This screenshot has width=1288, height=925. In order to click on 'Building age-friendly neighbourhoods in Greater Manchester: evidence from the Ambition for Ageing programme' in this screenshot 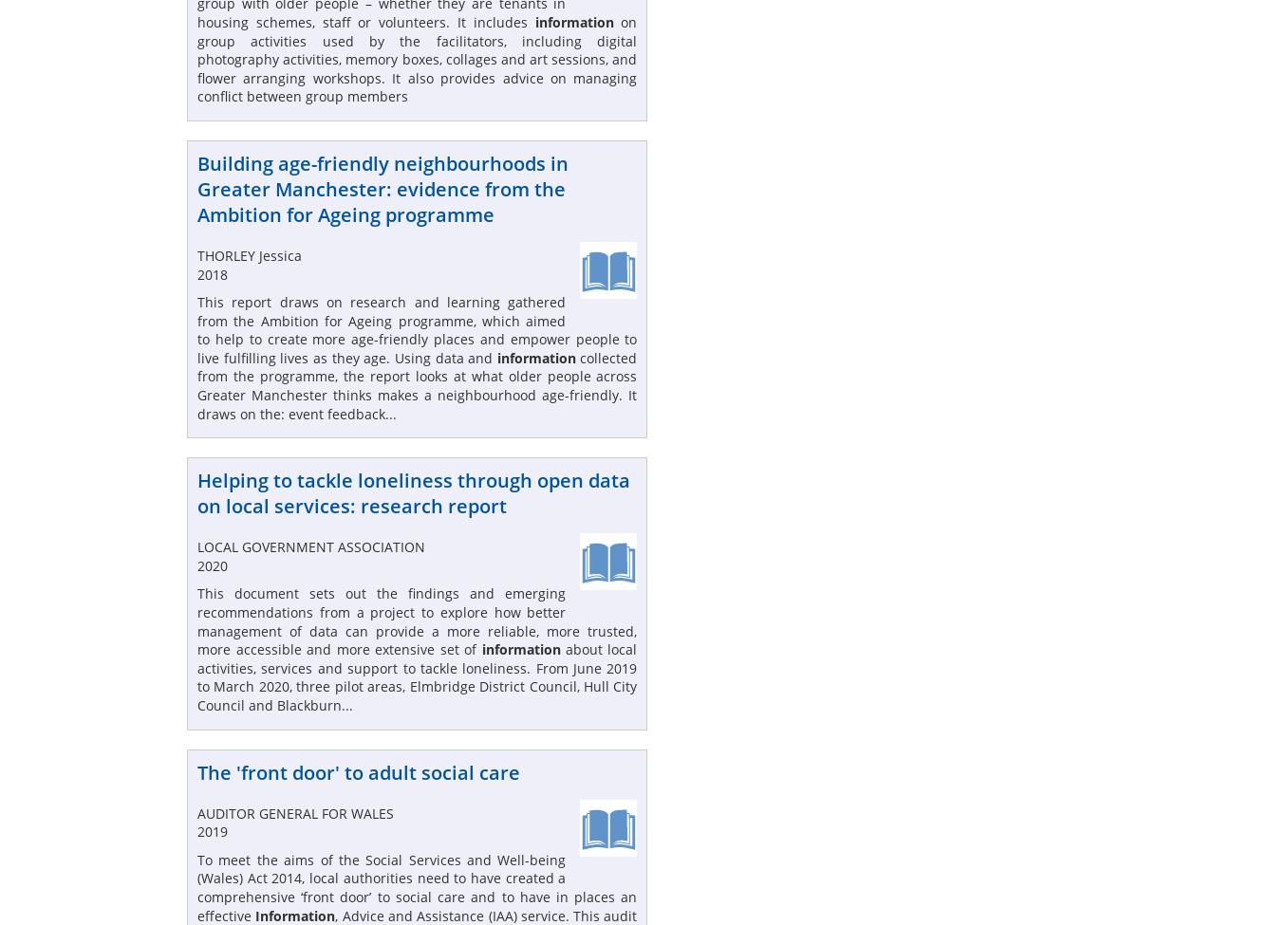, I will do `click(383, 188)`.